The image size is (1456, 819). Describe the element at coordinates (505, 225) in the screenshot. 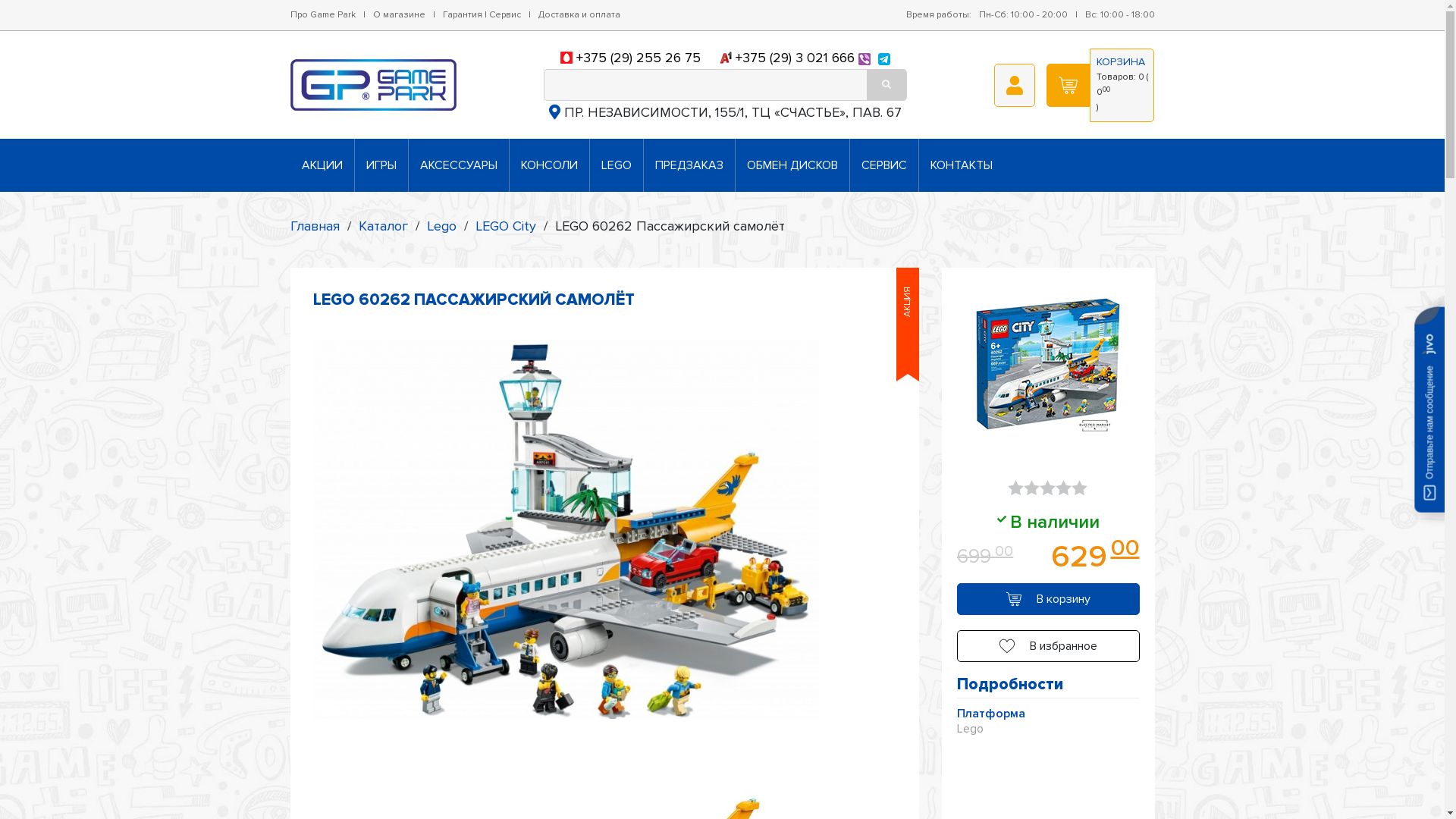

I see `'LEGO City'` at that location.